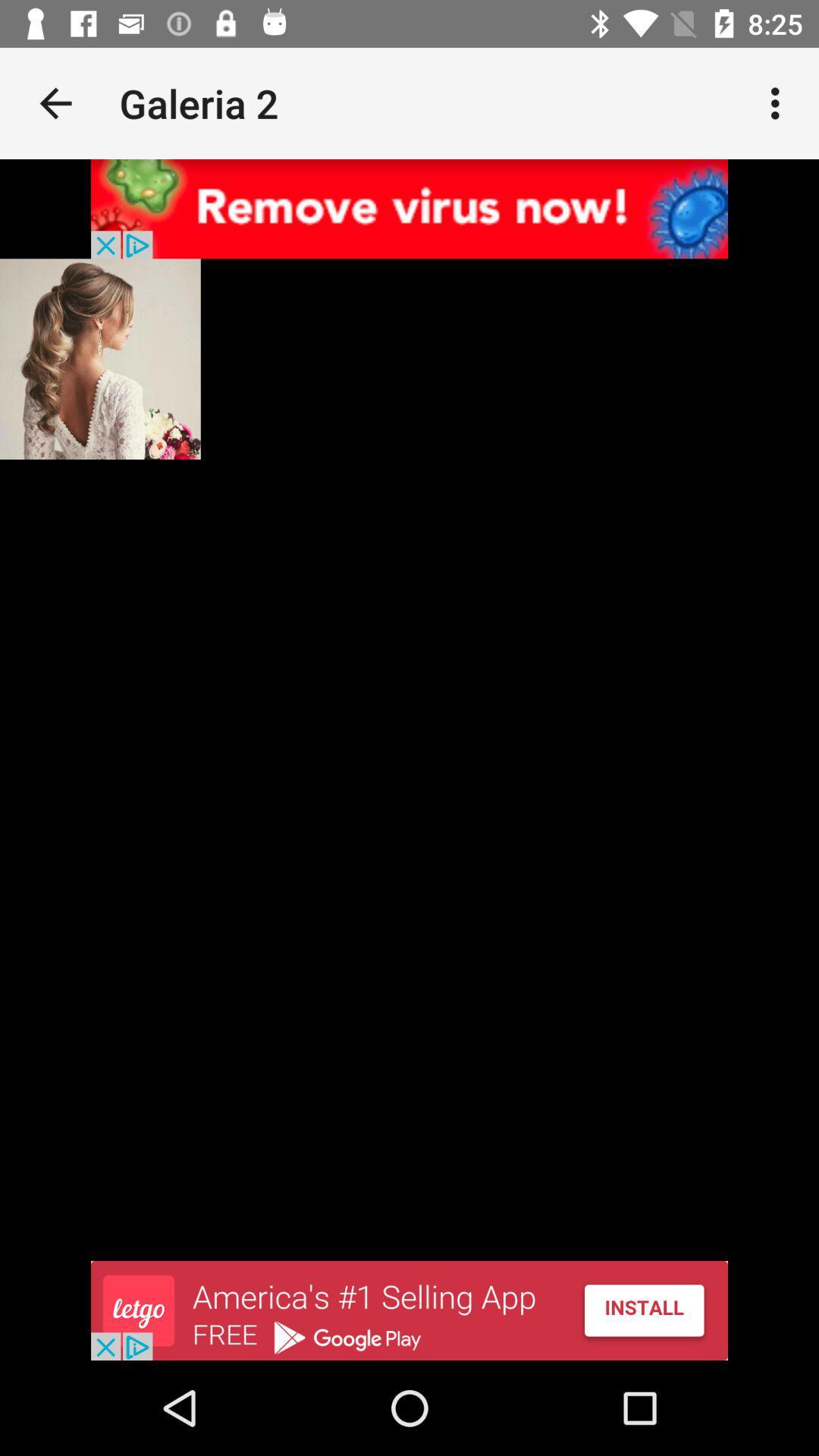  What do you see at coordinates (409, 208) in the screenshot?
I see `in app advertisement space` at bounding box center [409, 208].